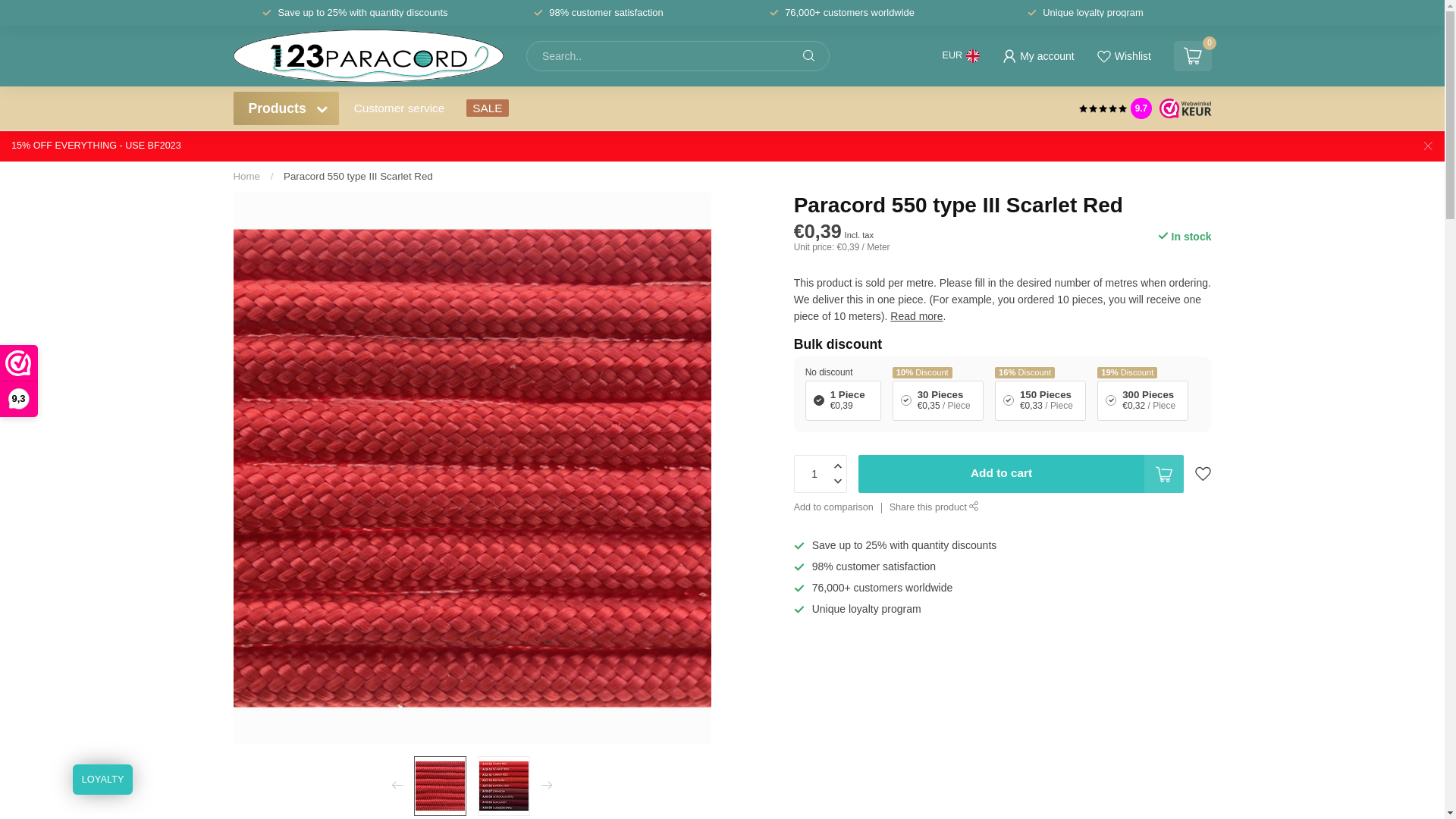  What do you see at coordinates (102, 780) in the screenshot?
I see `'LOYALTY'` at bounding box center [102, 780].